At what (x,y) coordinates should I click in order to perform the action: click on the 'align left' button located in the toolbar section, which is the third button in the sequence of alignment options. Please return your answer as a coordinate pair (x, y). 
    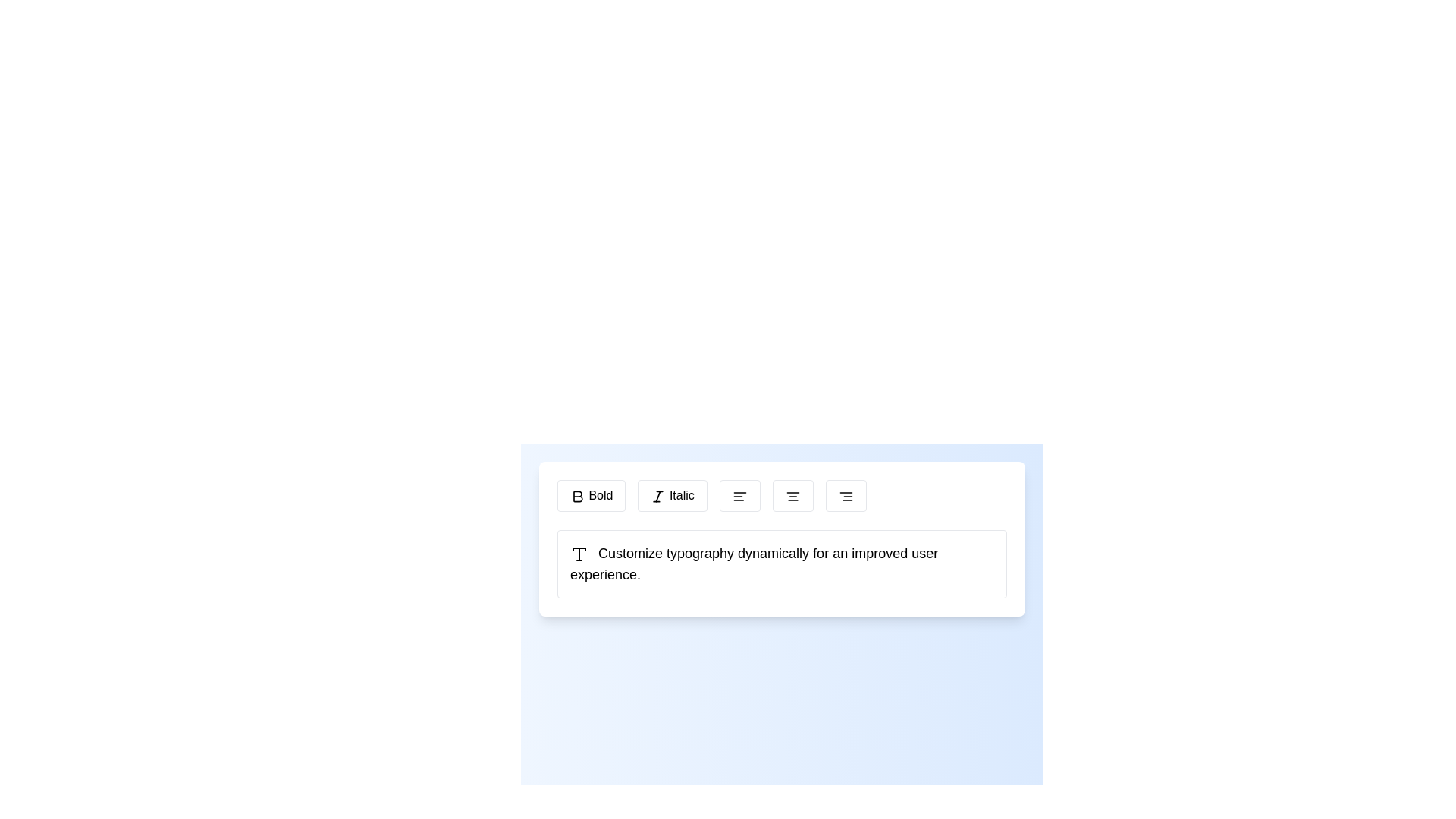
    Looking at the image, I should click on (739, 496).